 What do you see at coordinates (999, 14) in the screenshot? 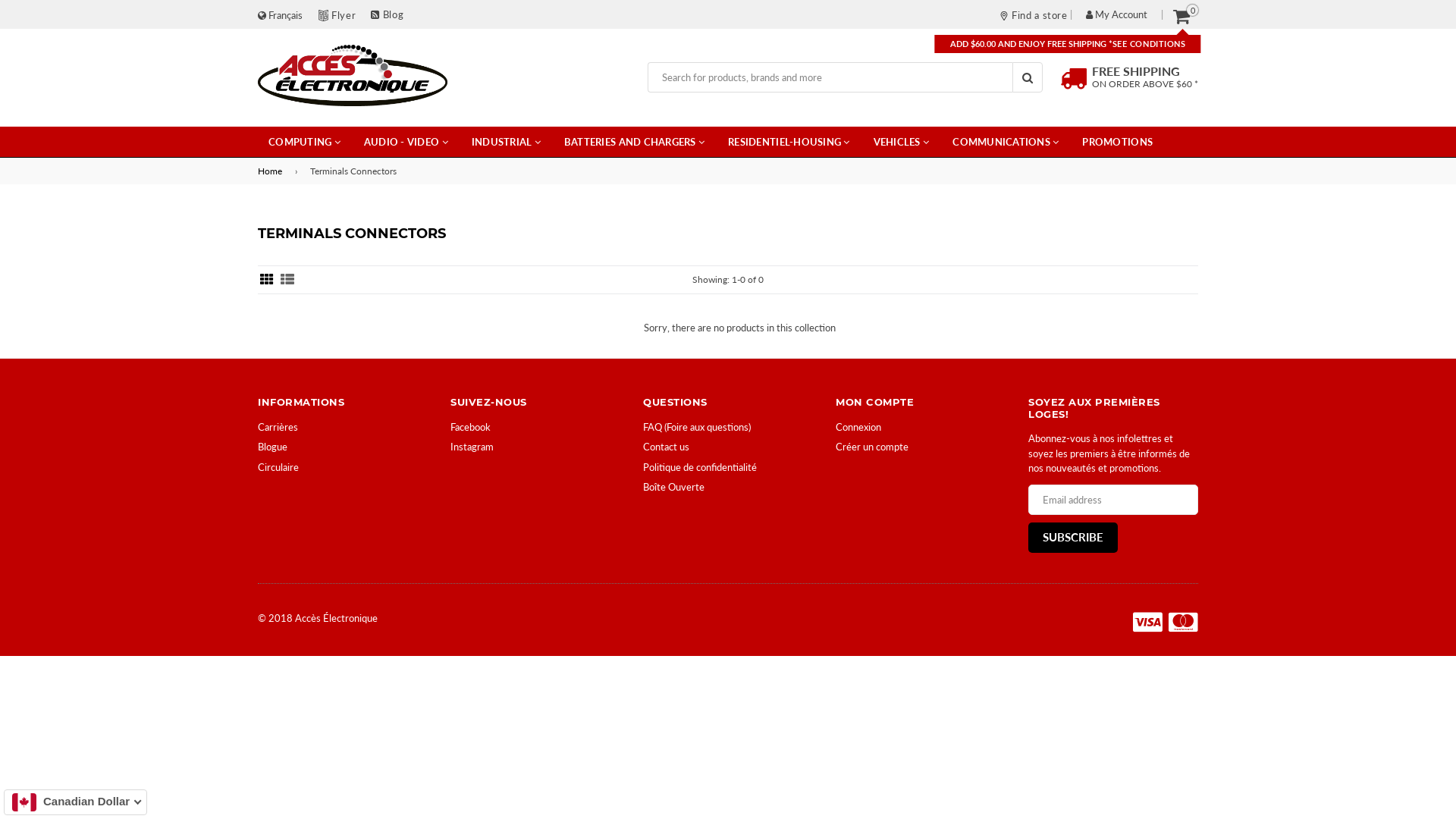
I see `'Find a store'` at bounding box center [999, 14].